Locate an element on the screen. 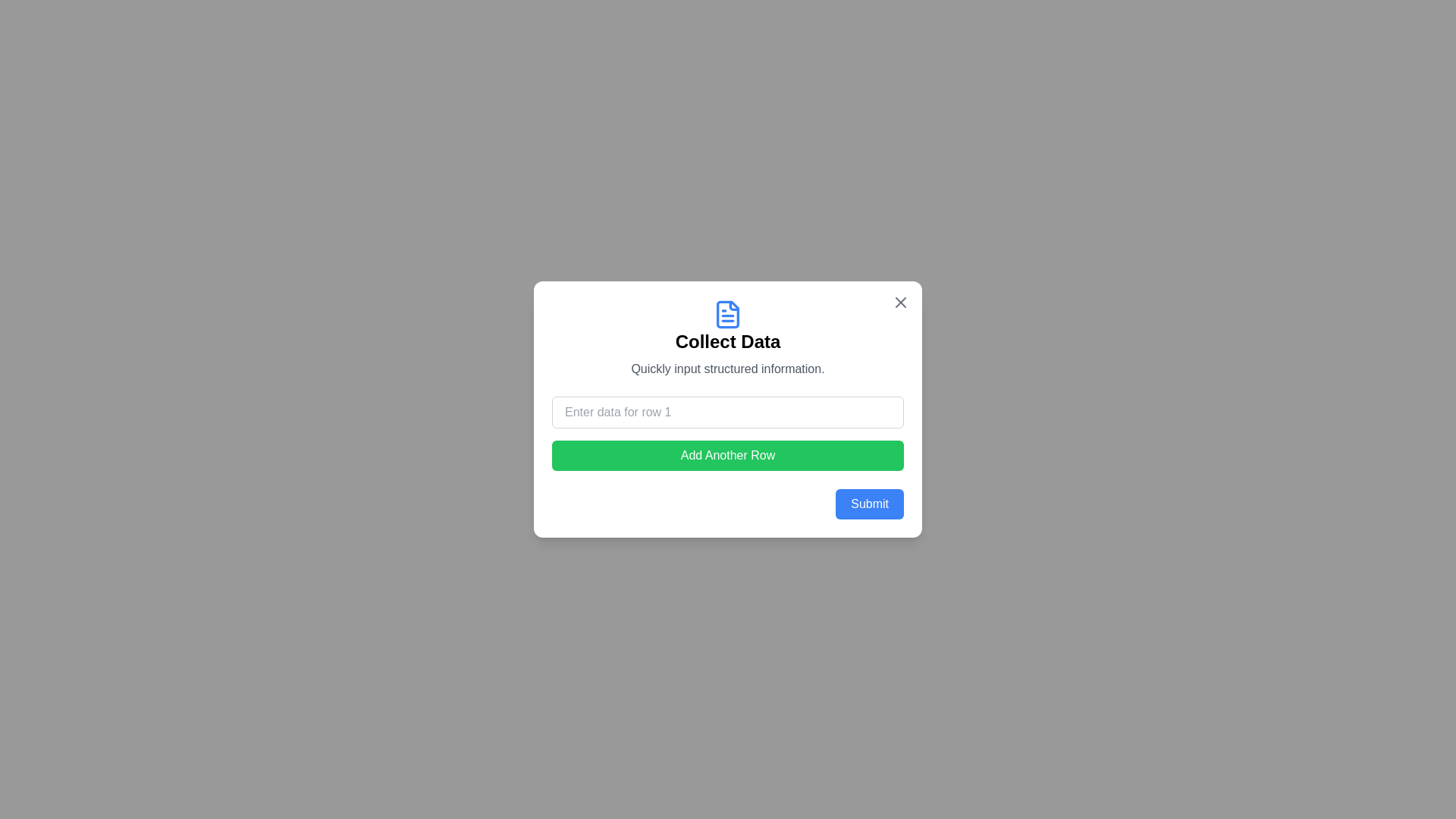 The image size is (1456, 819). the 'Submit' button to finalize the data submission is located at coordinates (870, 504).